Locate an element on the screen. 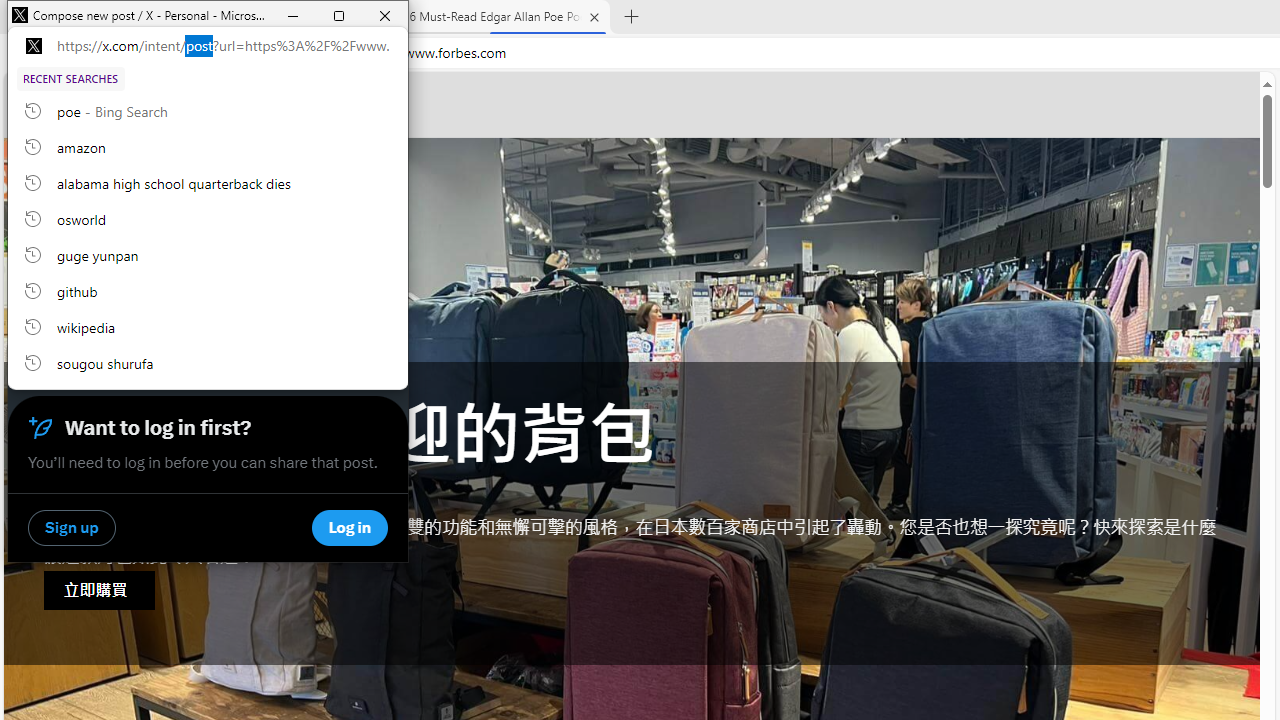 Image resolution: width=1280 pixels, height=720 pixels. 'wikipedia, recent searches from history' is located at coordinates (208, 325).